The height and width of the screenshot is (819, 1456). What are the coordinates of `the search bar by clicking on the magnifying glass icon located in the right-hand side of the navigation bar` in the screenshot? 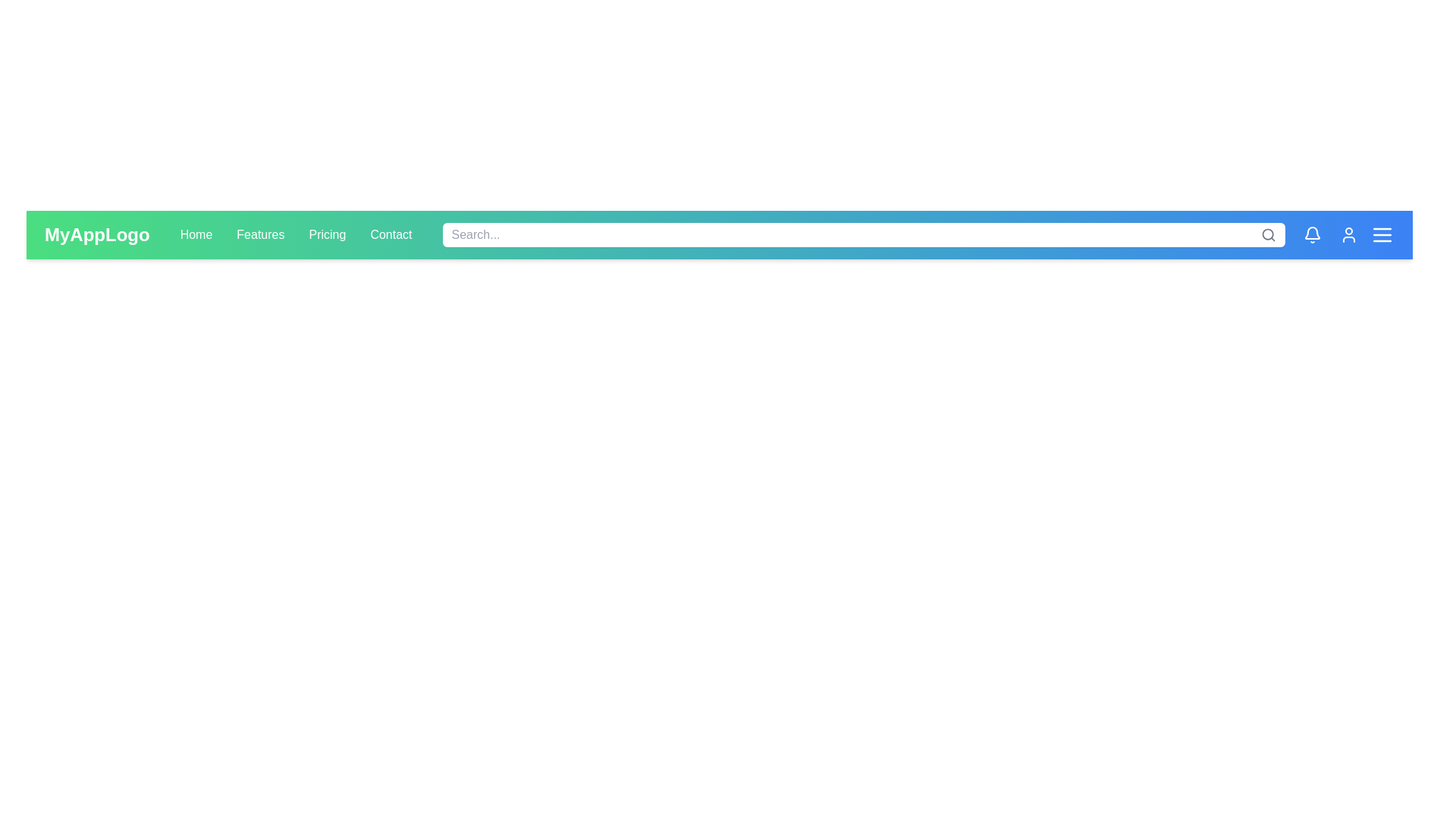 It's located at (1267, 234).